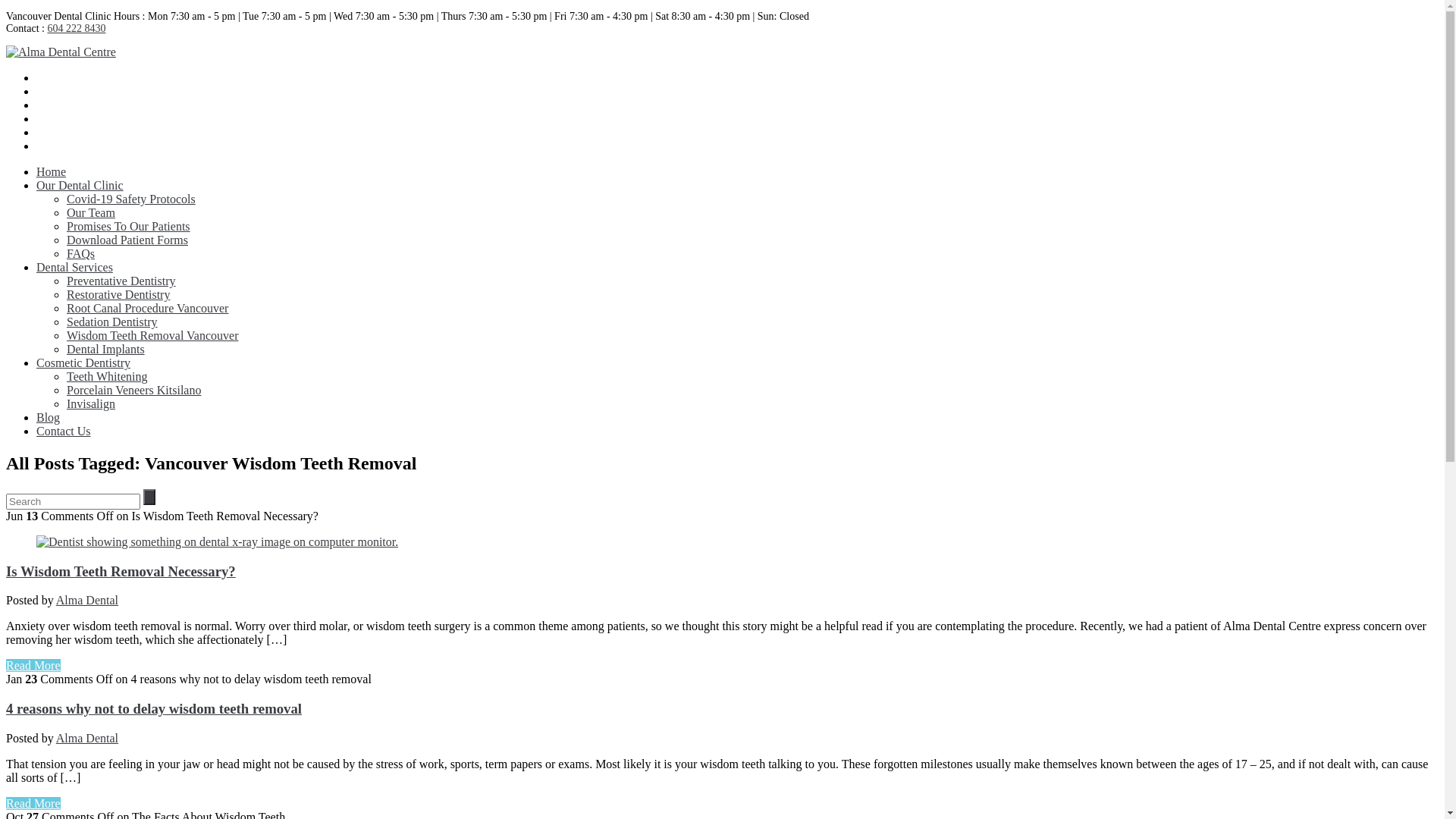  Describe the element at coordinates (65, 281) in the screenshot. I see `'Preventative Dentistry'` at that location.